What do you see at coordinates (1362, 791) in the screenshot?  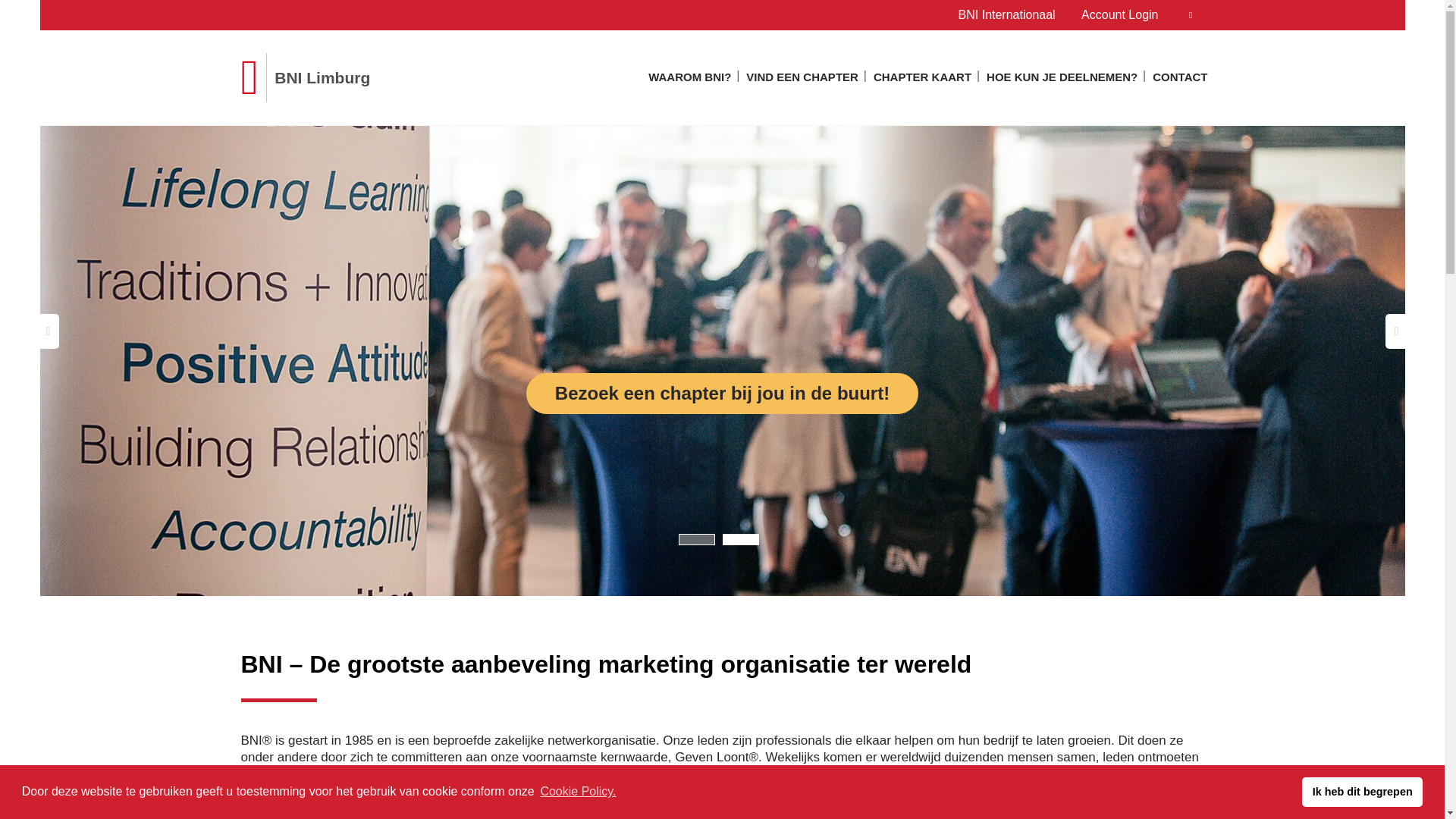 I see `'Ik heb dit begrepen'` at bounding box center [1362, 791].